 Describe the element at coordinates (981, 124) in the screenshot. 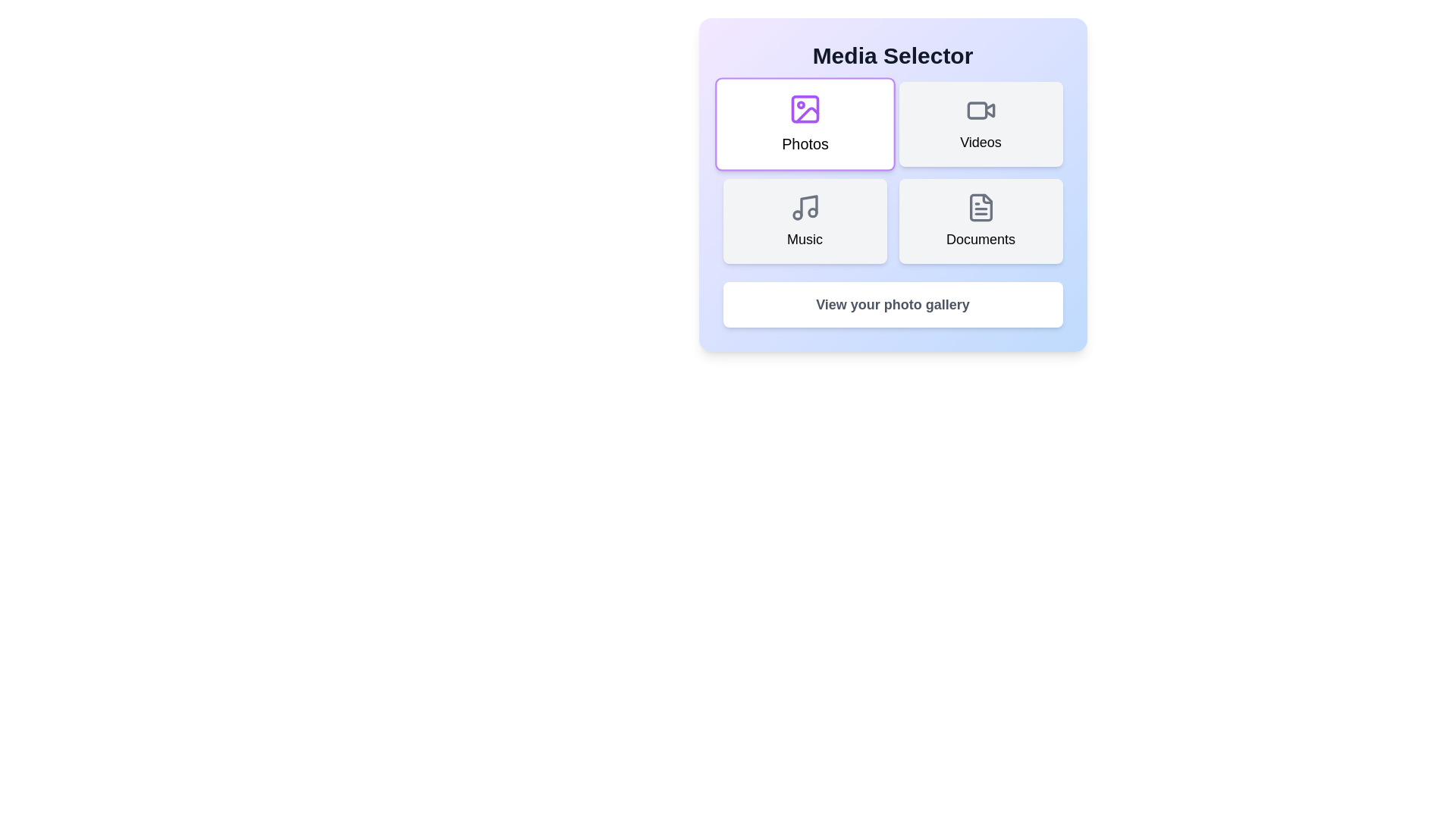

I see `the button corresponding to Videos to select it` at that location.